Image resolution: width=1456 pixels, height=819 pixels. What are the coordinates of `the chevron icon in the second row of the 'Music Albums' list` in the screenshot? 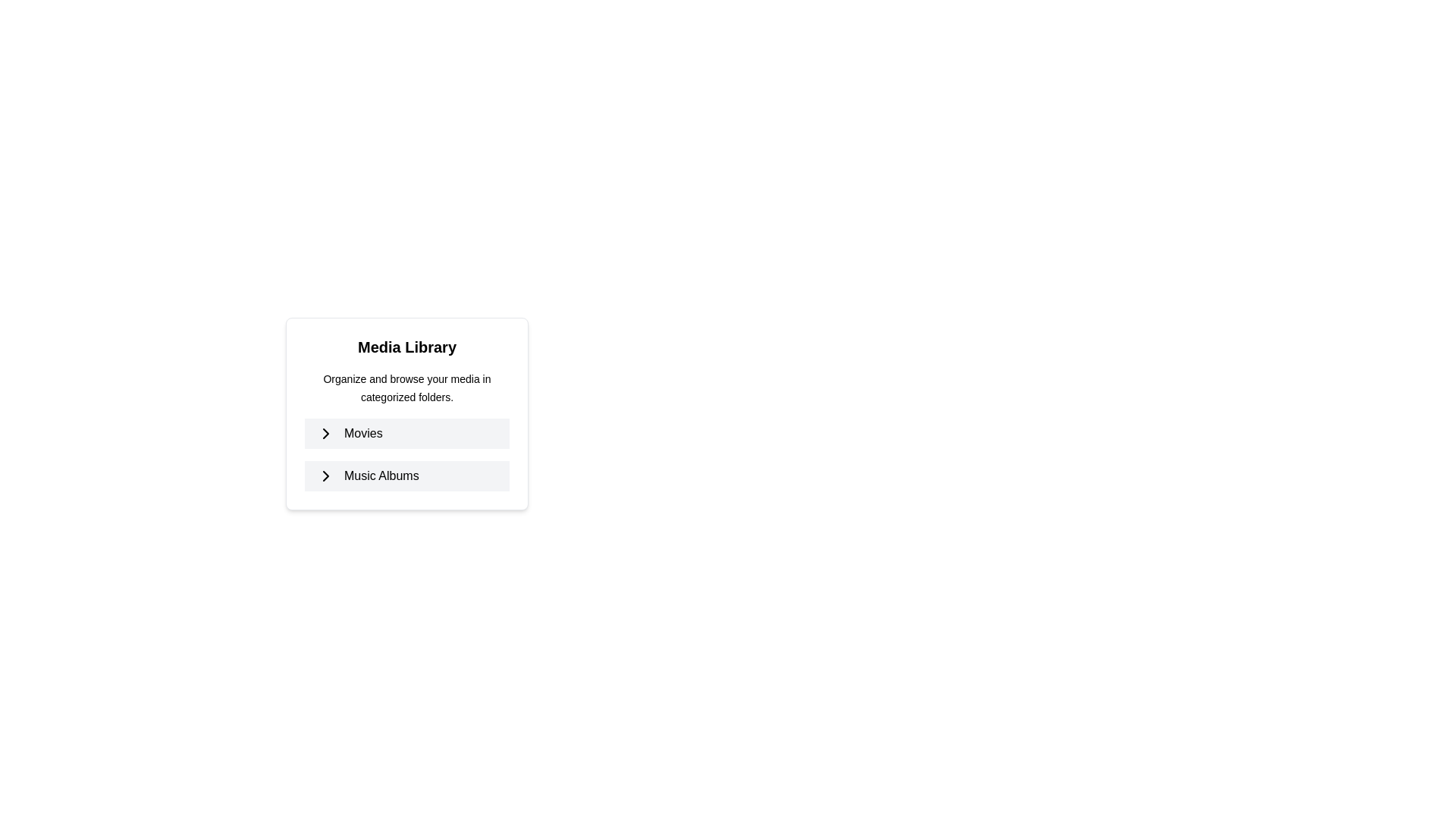 It's located at (325, 475).